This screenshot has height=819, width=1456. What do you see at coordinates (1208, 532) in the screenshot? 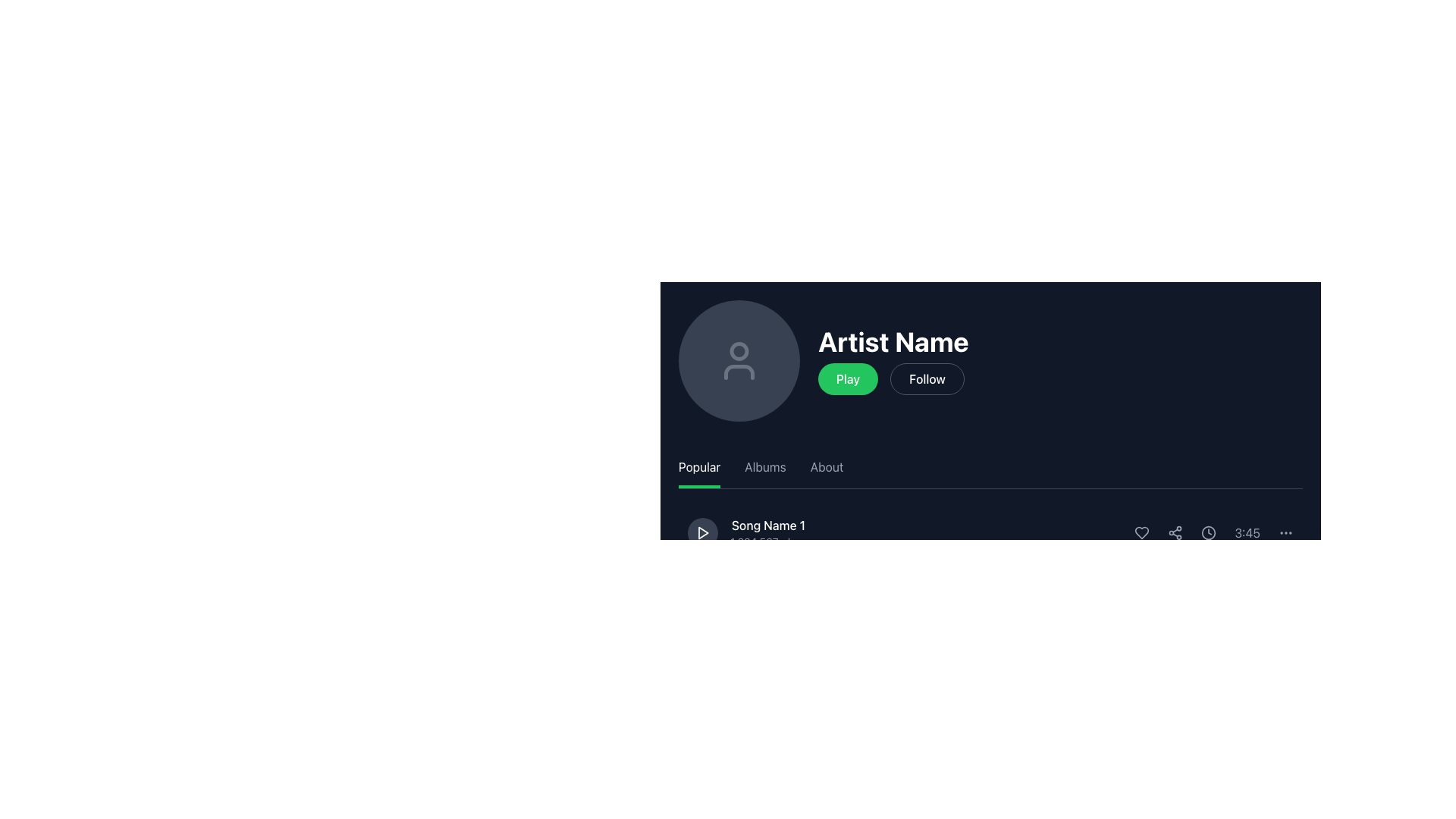
I see `the circular clock icon, which is outlined with a thin stroke and contains clock-like details, positioned third from the left in a row aligned with the text '3:45'` at bounding box center [1208, 532].